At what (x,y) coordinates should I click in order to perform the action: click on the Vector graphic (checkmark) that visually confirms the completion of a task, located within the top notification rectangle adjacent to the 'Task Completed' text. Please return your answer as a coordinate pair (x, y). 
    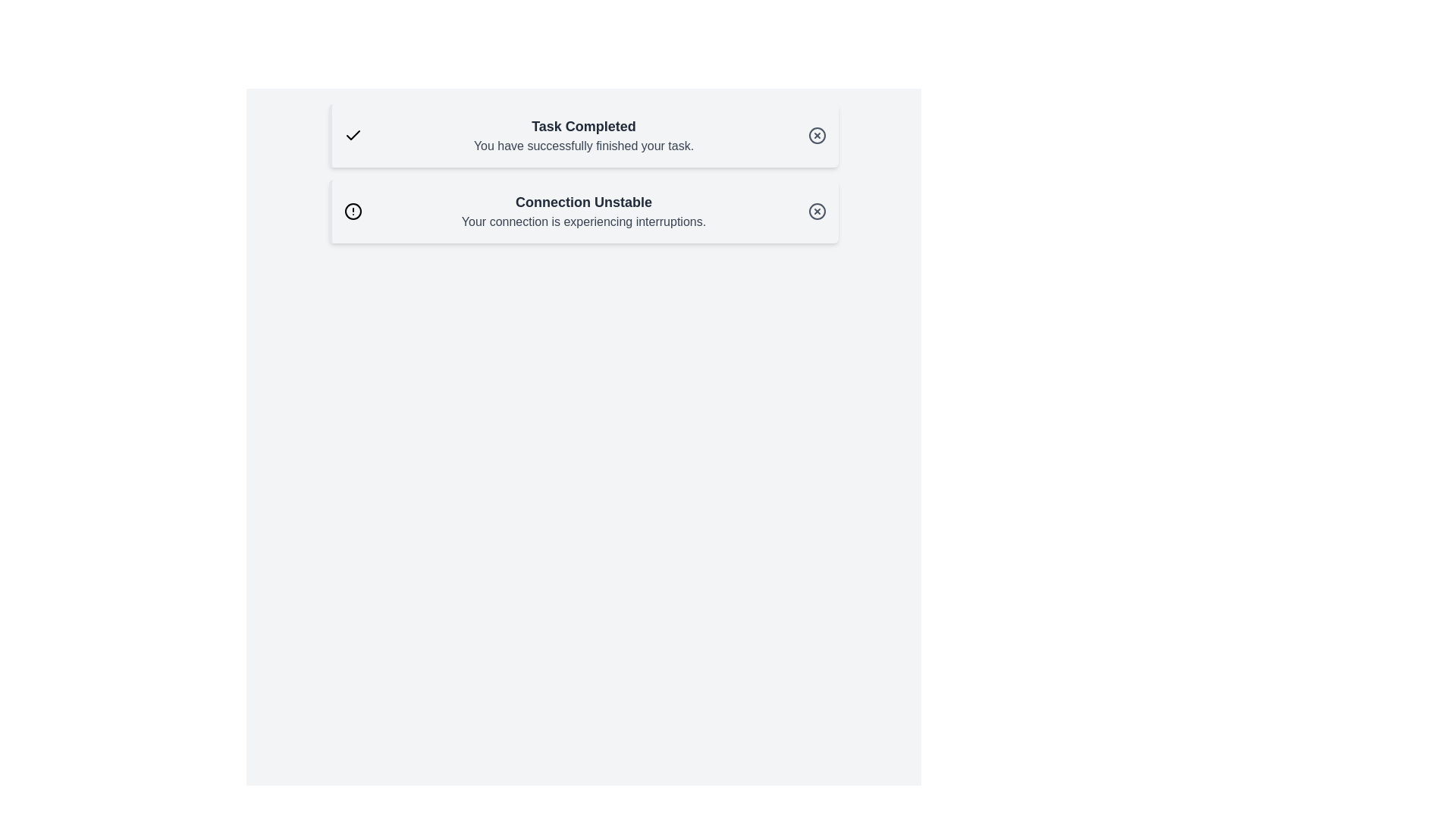
    Looking at the image, I should click on (352, 134).